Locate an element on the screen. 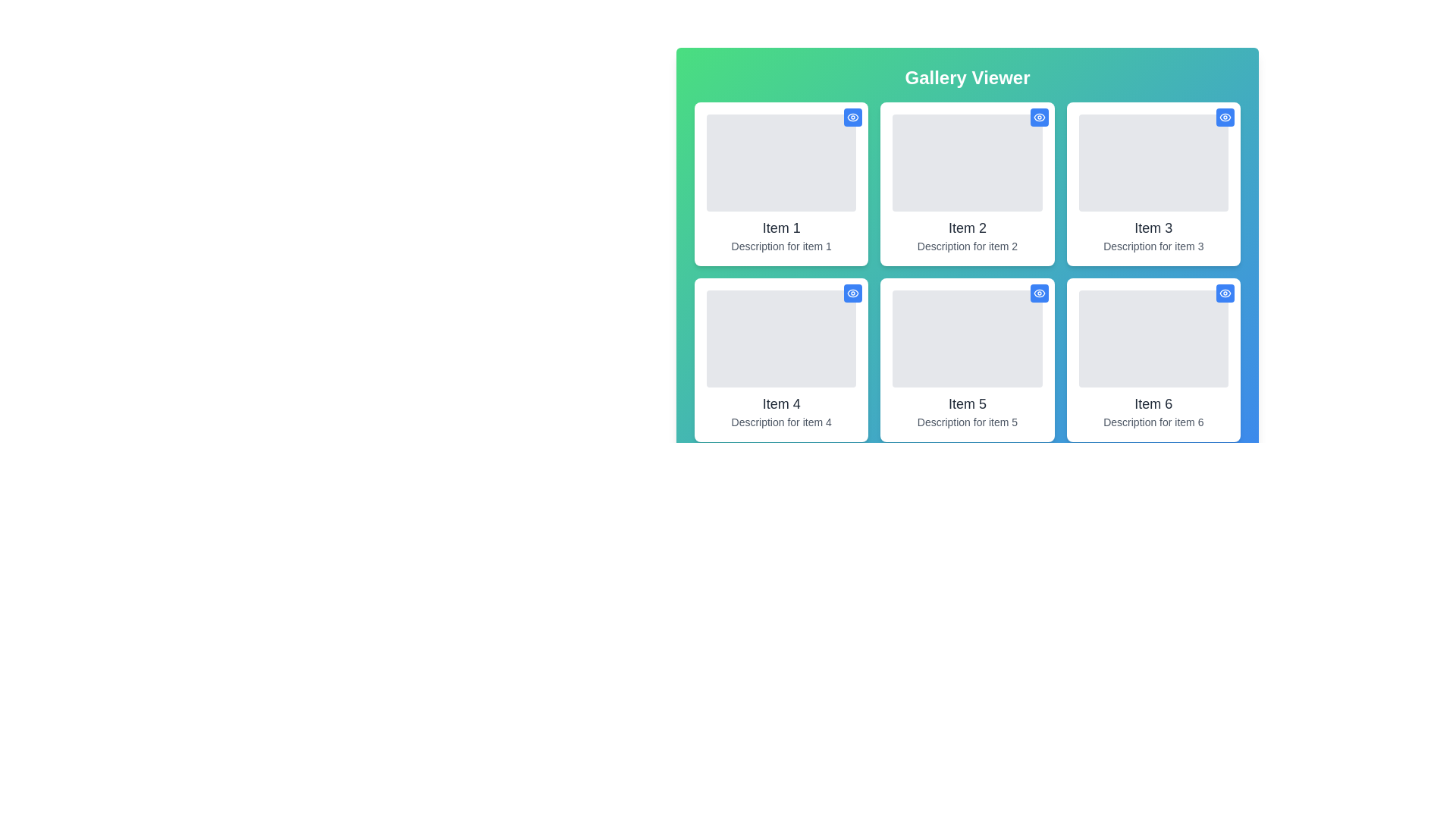 The image size is (1456, 819). the visual content placeholder for 'Item 6' located in the bottom-right corner of the grid layout is located at coordinates (1153, 338).